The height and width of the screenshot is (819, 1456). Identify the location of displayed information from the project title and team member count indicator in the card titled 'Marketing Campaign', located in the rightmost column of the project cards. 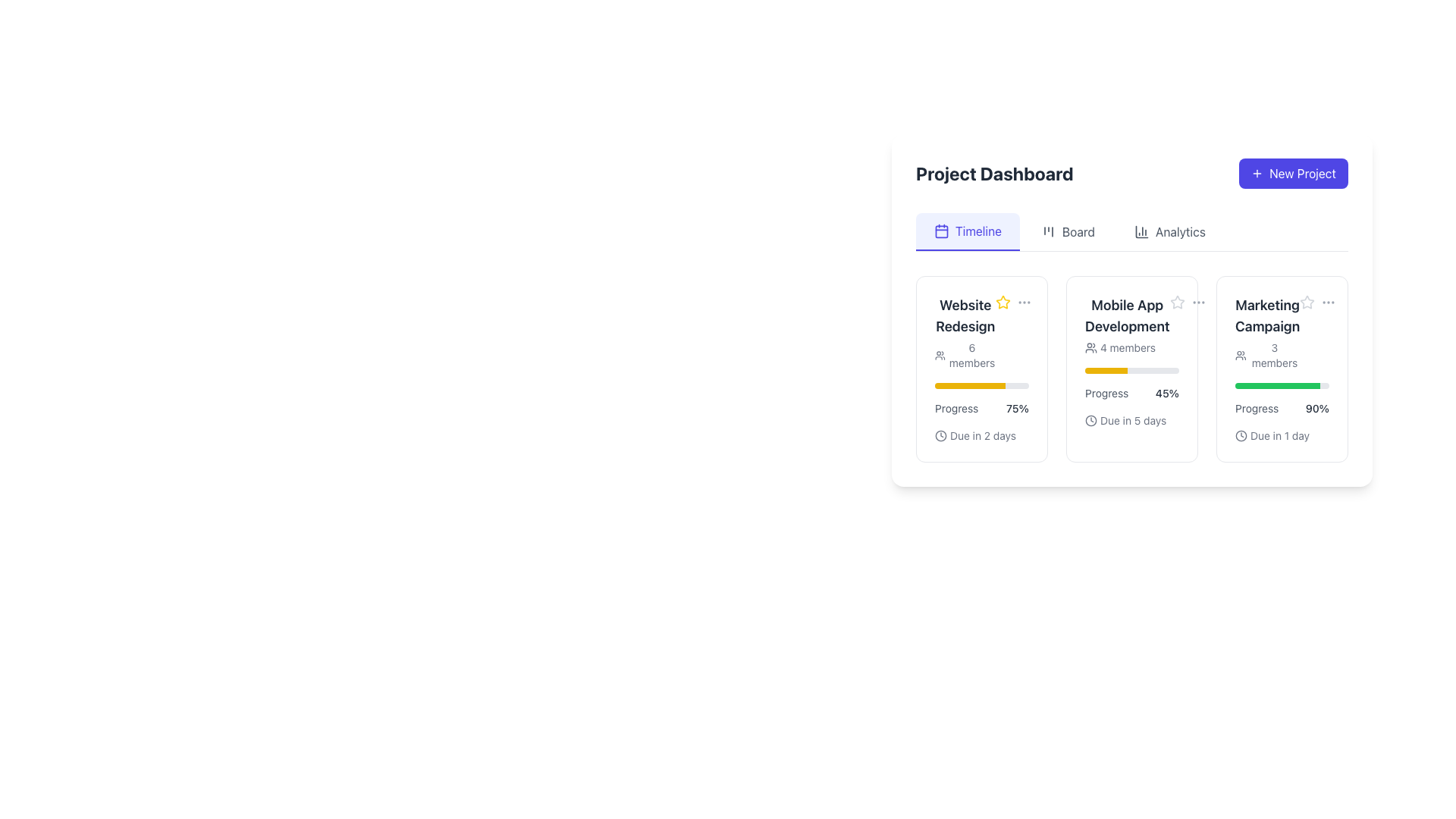
(1267, 332).